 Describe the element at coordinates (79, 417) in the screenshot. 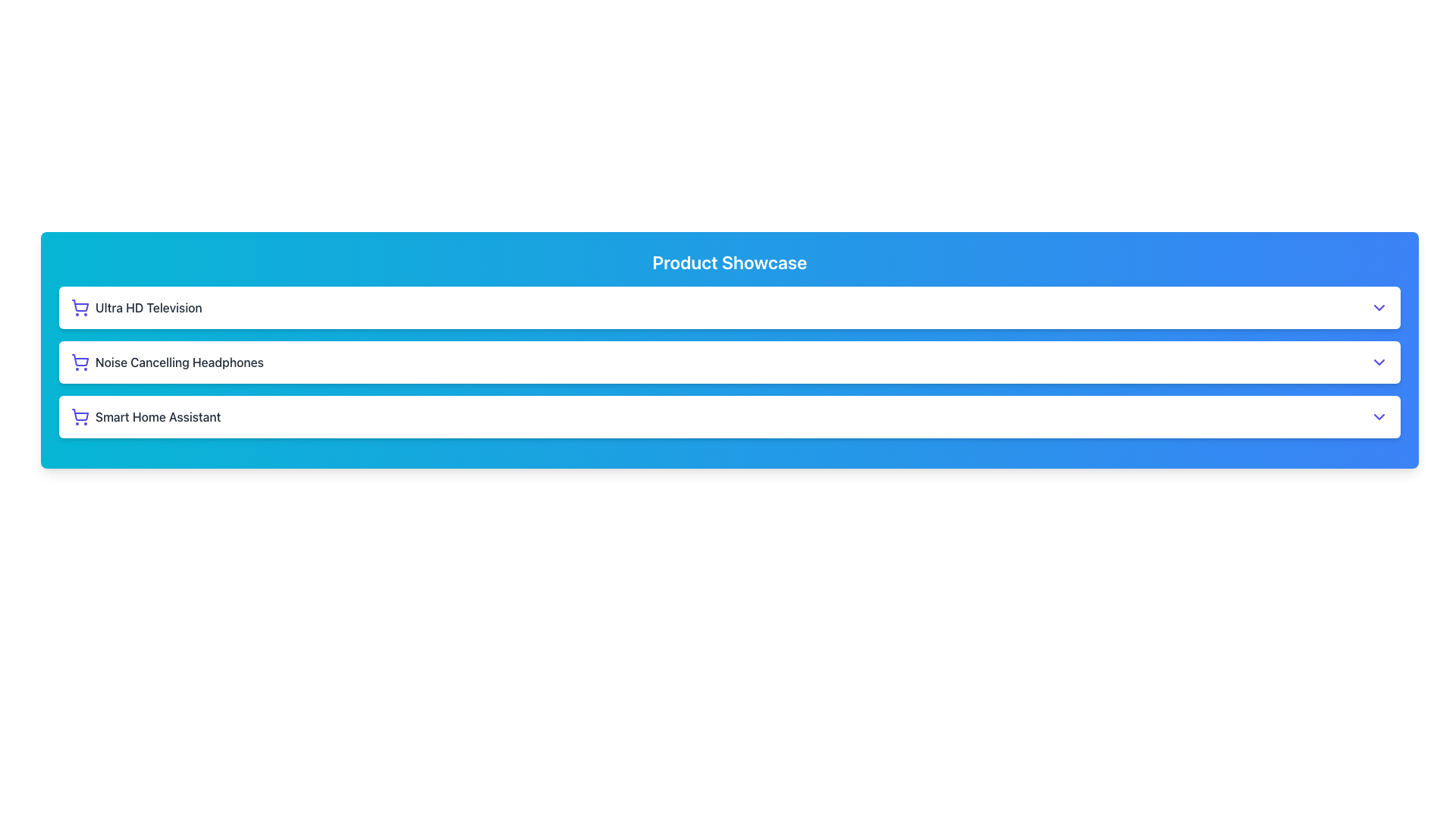

I see `the indigo shopping cart icon located to the left of the text 'Smart Home Assistant' in the vertical list` at that location.